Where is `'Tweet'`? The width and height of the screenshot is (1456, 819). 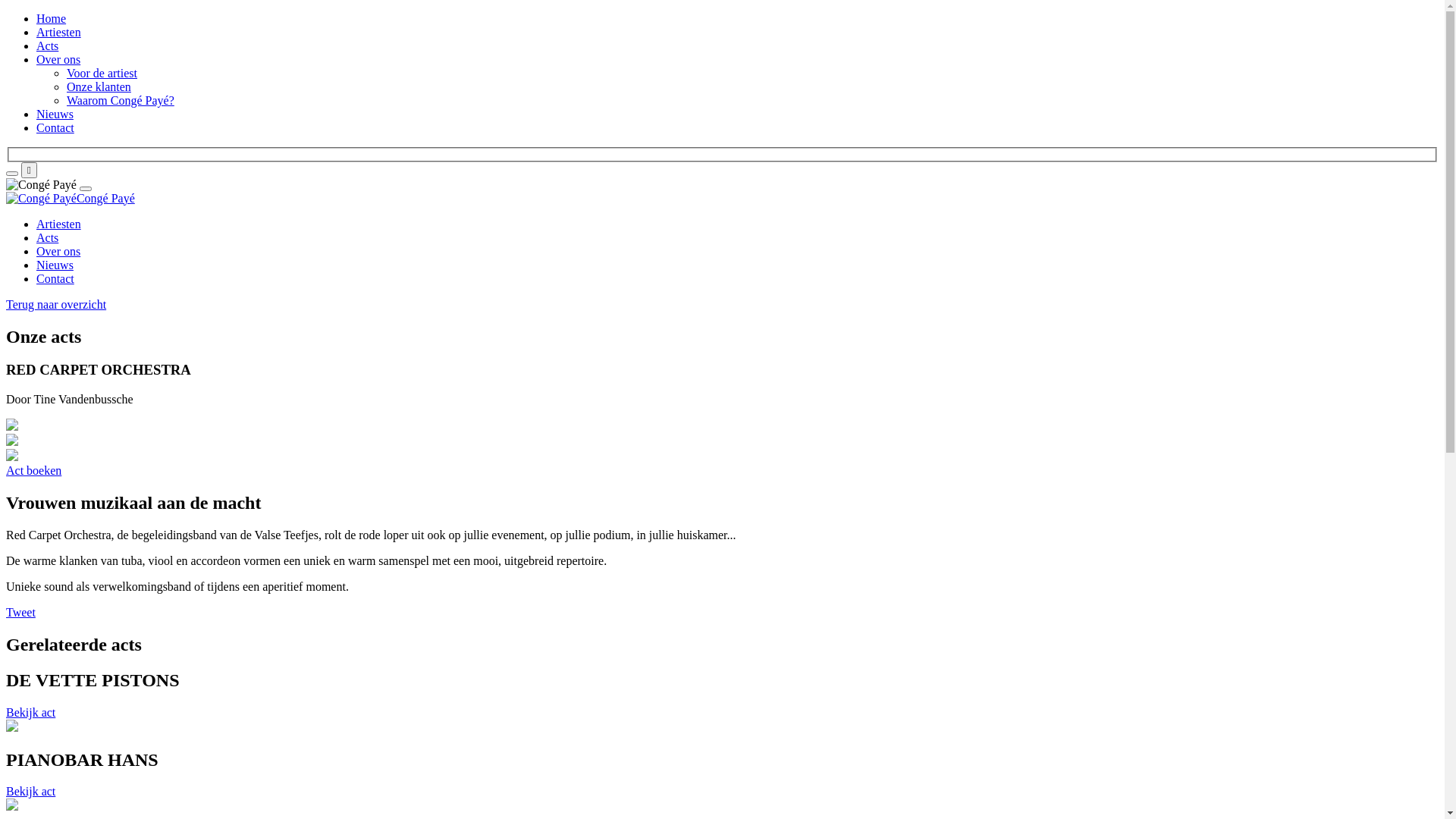
'Tweet' is located at coordinates (20, 611).